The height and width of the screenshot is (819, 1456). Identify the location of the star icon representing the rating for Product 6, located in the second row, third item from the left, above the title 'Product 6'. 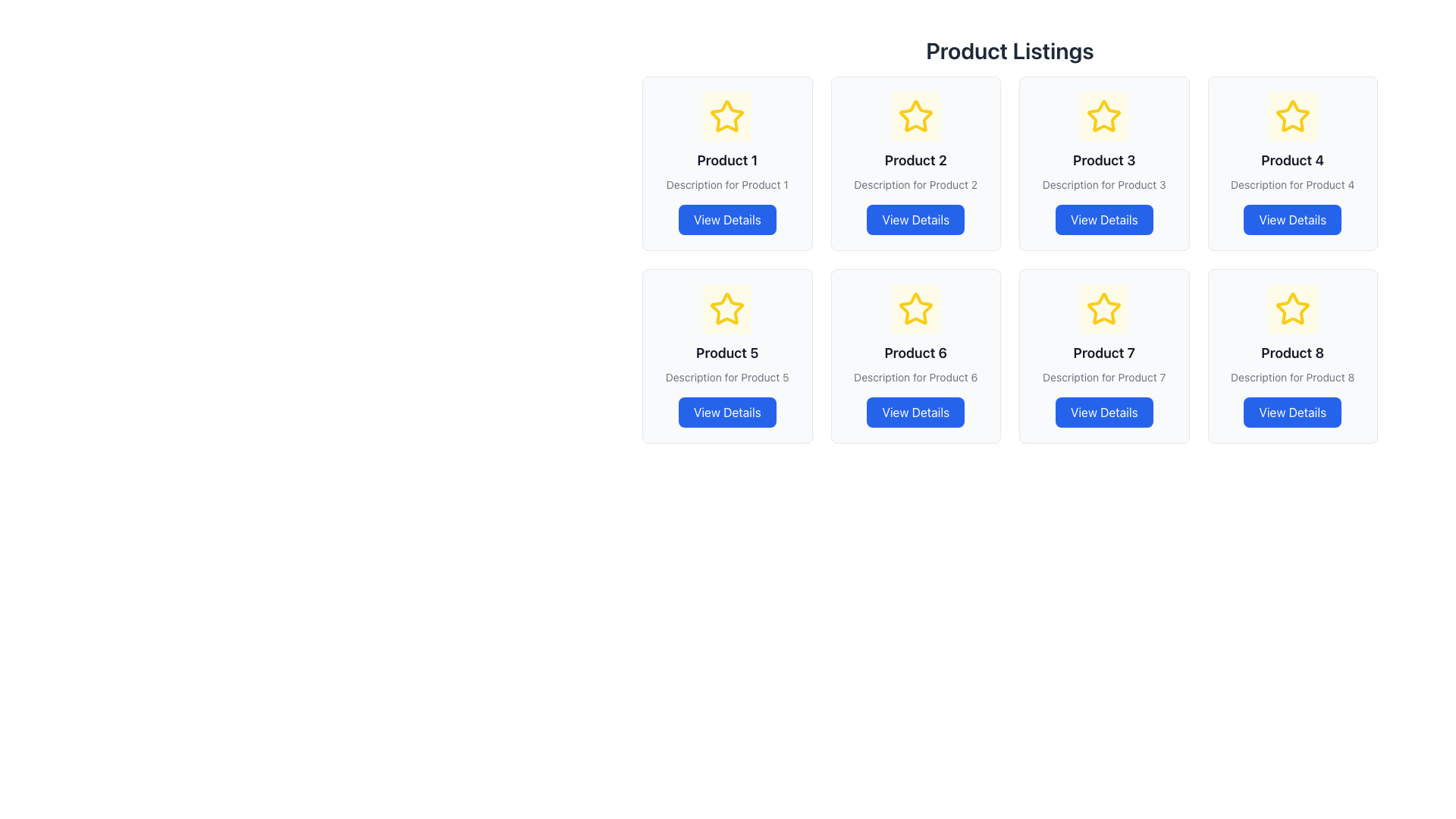
(915, 308).